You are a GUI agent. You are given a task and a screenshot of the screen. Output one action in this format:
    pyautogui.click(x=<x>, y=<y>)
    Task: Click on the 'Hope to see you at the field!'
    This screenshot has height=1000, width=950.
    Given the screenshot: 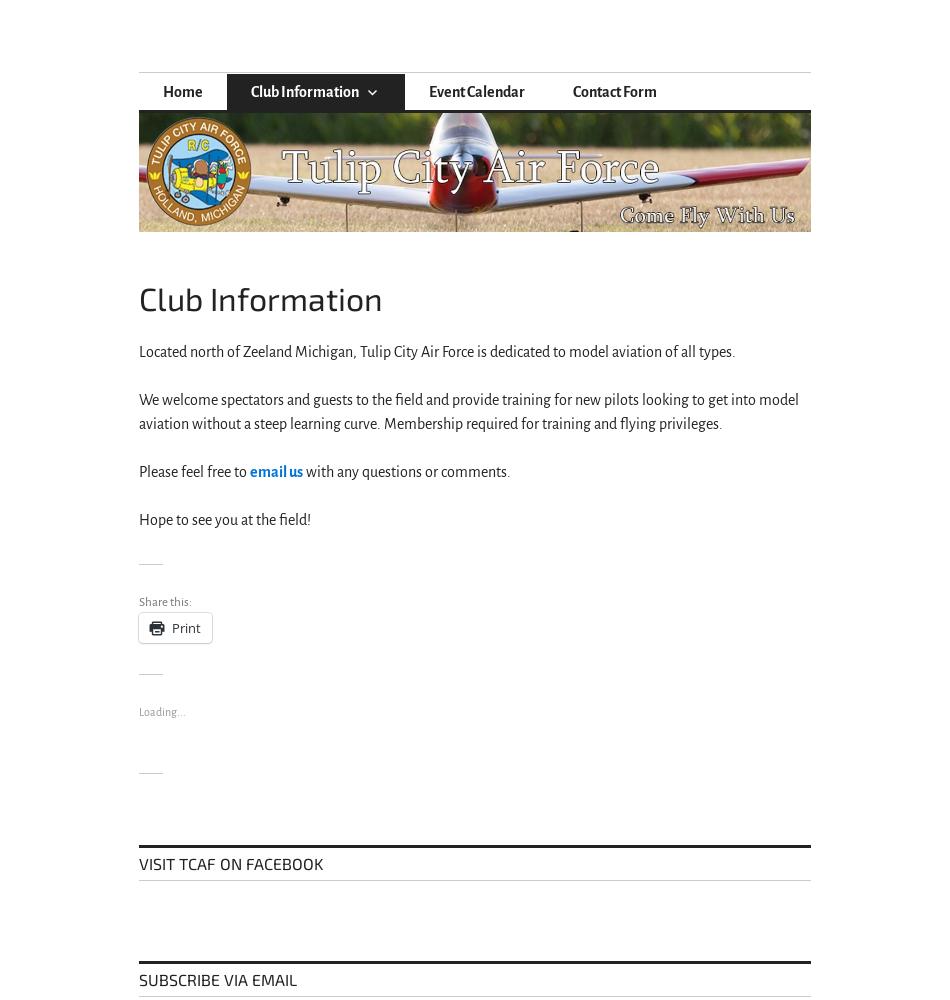 What is the action you would take?
    pyautogui.click(x=138, y=520)
    